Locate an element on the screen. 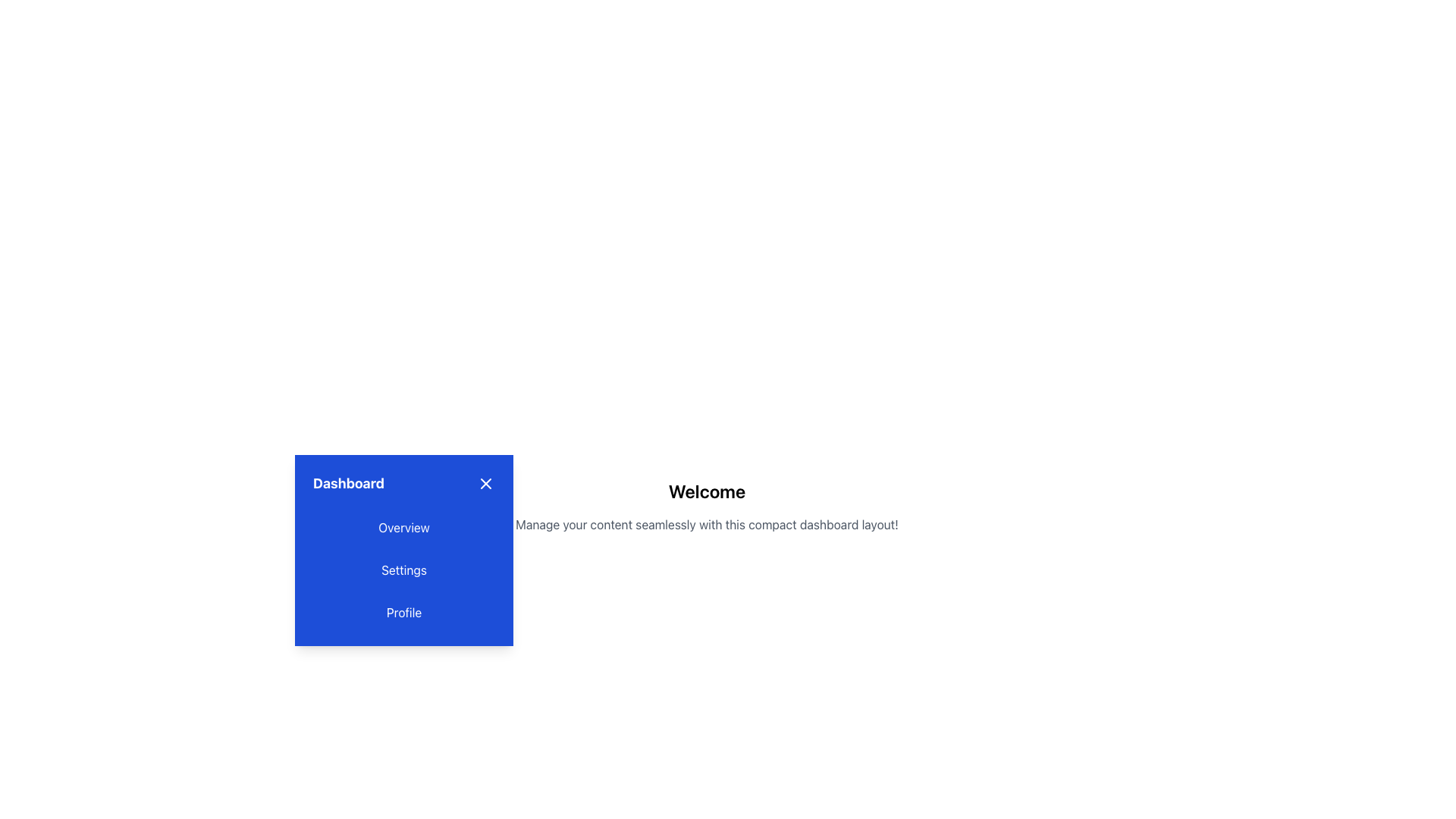 Image resolution: width=1456 pixels, height=819 pixels. the 'Overview' hyperlink in the navigation menu is located at coordinates (403, 526).